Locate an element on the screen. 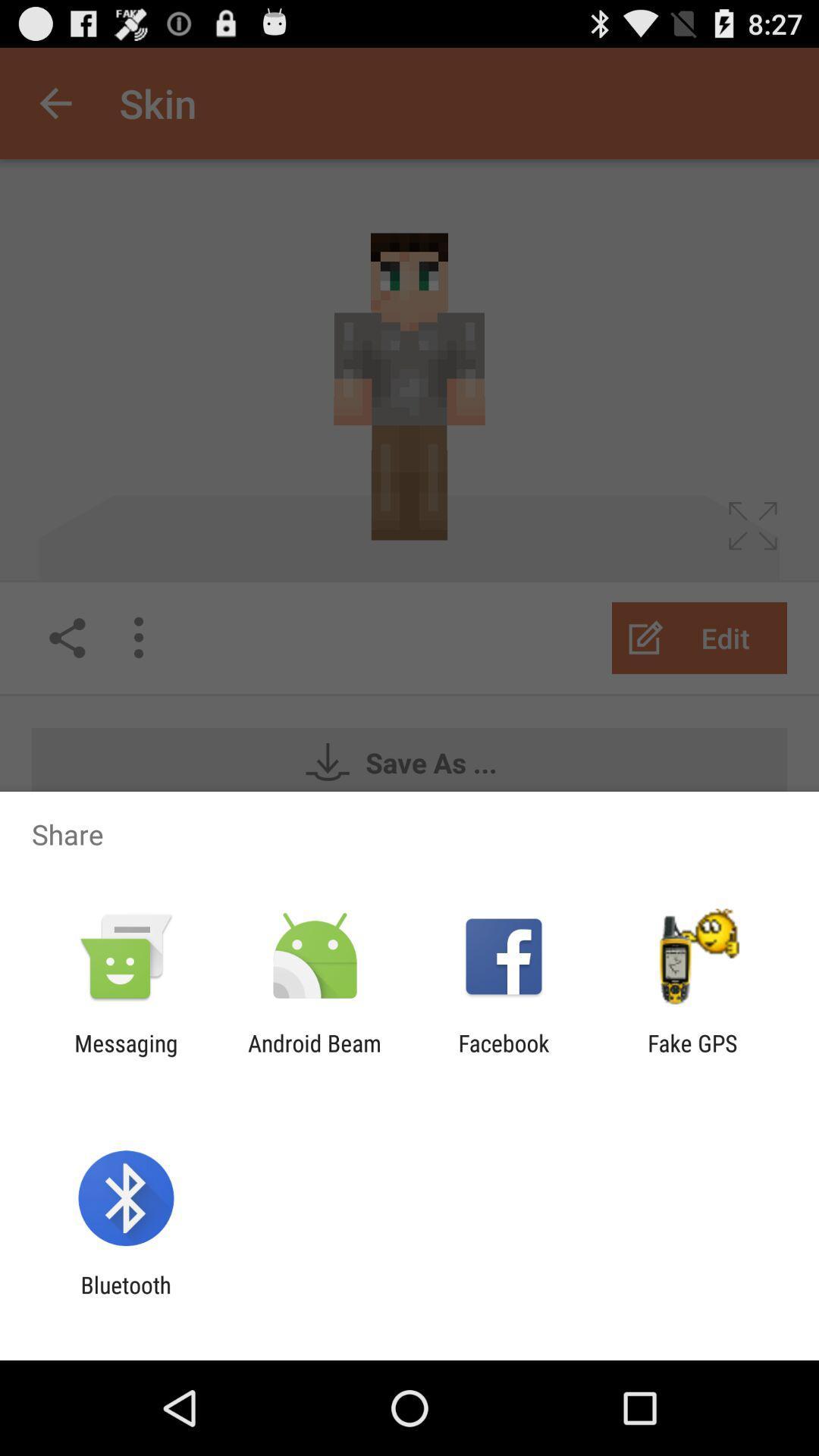 This screenshot has height=1456, width=819. icon next to facebook app is located at coordinates (692, 1056).